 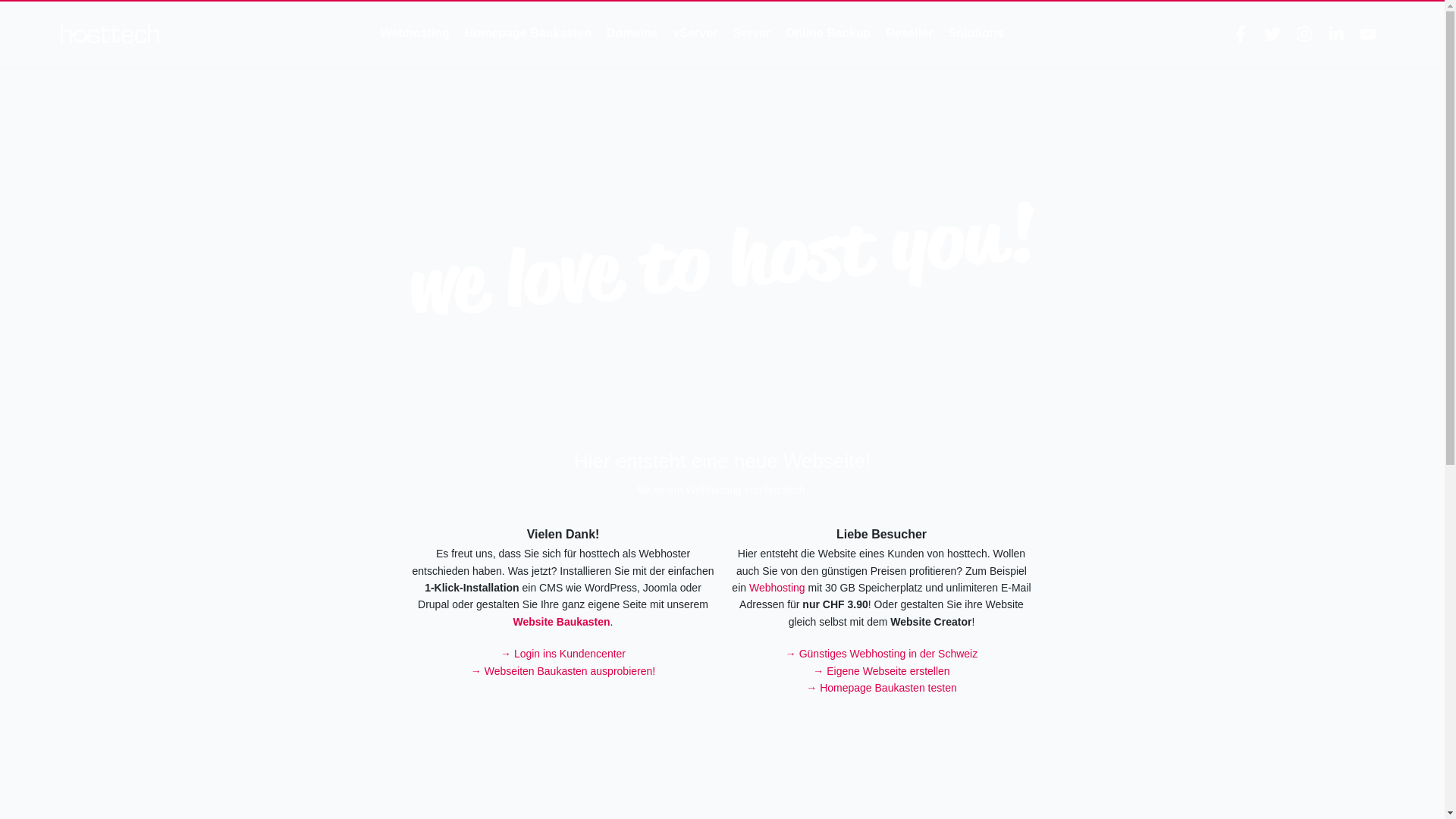 I want to click on 'Webhosting', so click(x=777, y=587).